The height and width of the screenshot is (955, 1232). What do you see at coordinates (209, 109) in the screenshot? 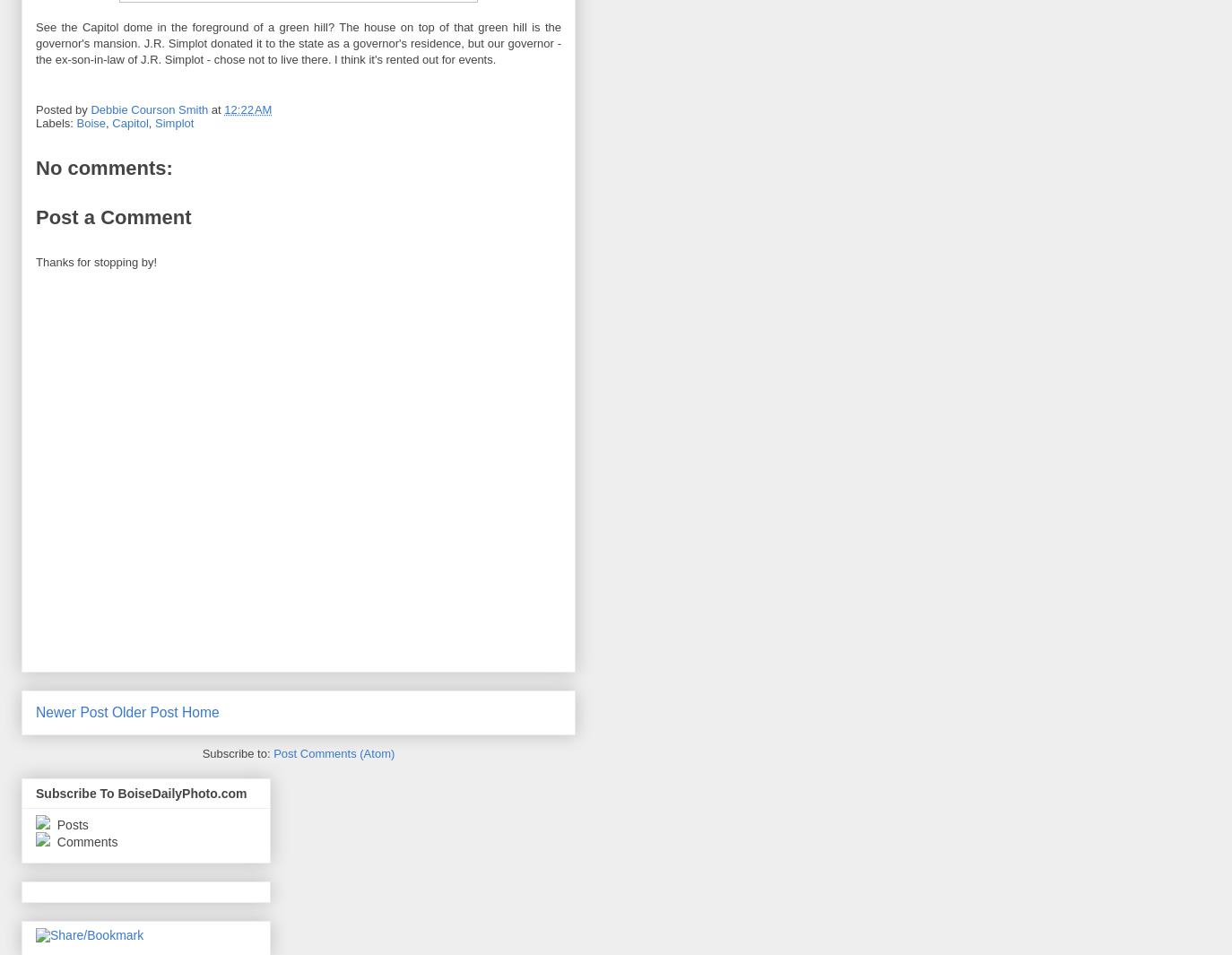
I see `'at'` at bounding box center [209, 109].